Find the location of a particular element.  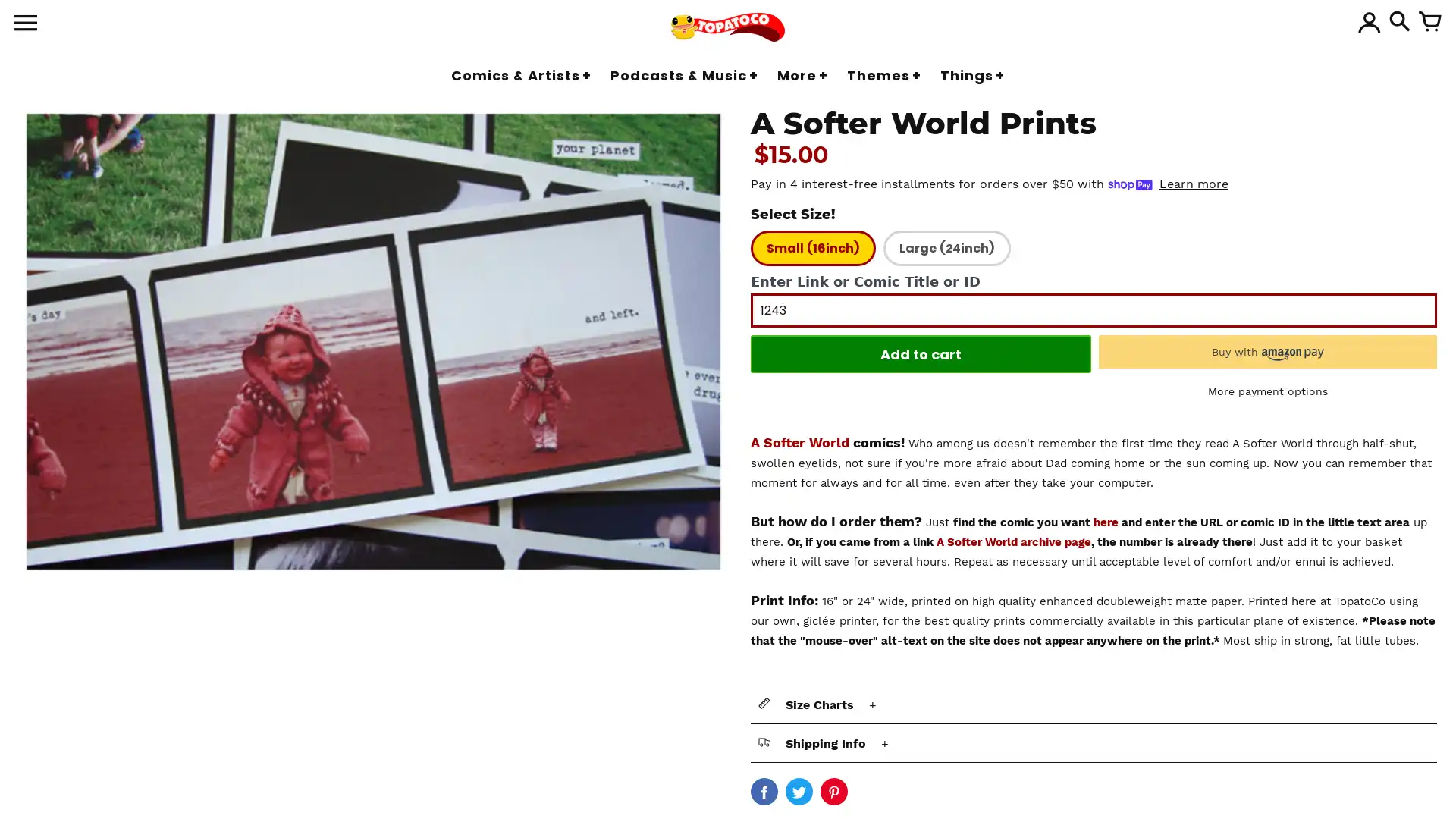

More payment options is located at coordinates (1267, 391).